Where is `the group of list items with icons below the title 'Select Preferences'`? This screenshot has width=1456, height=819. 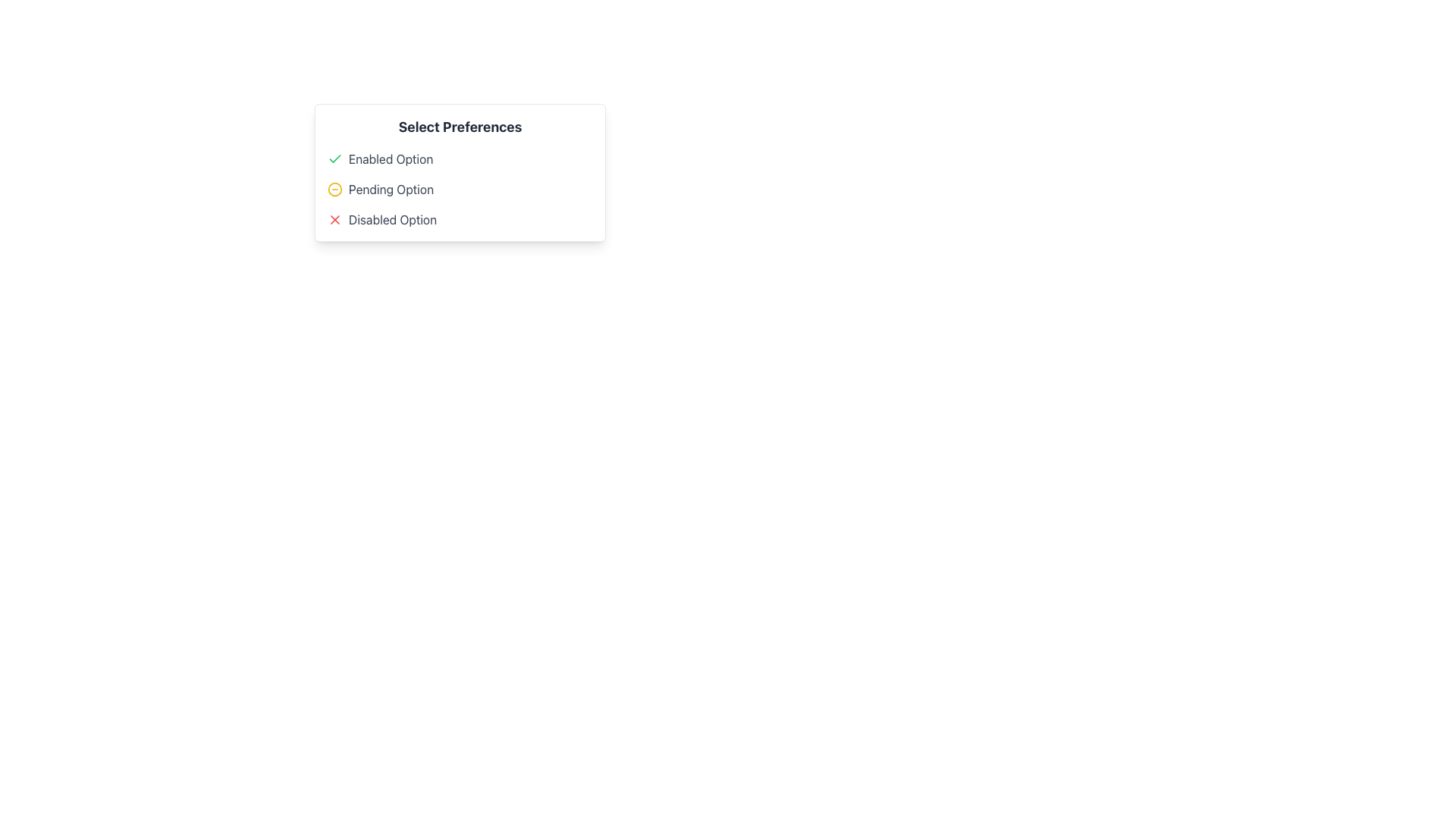 the group of list items with icons below the title 'Select Preferences' is located at coordinates (459, 189).